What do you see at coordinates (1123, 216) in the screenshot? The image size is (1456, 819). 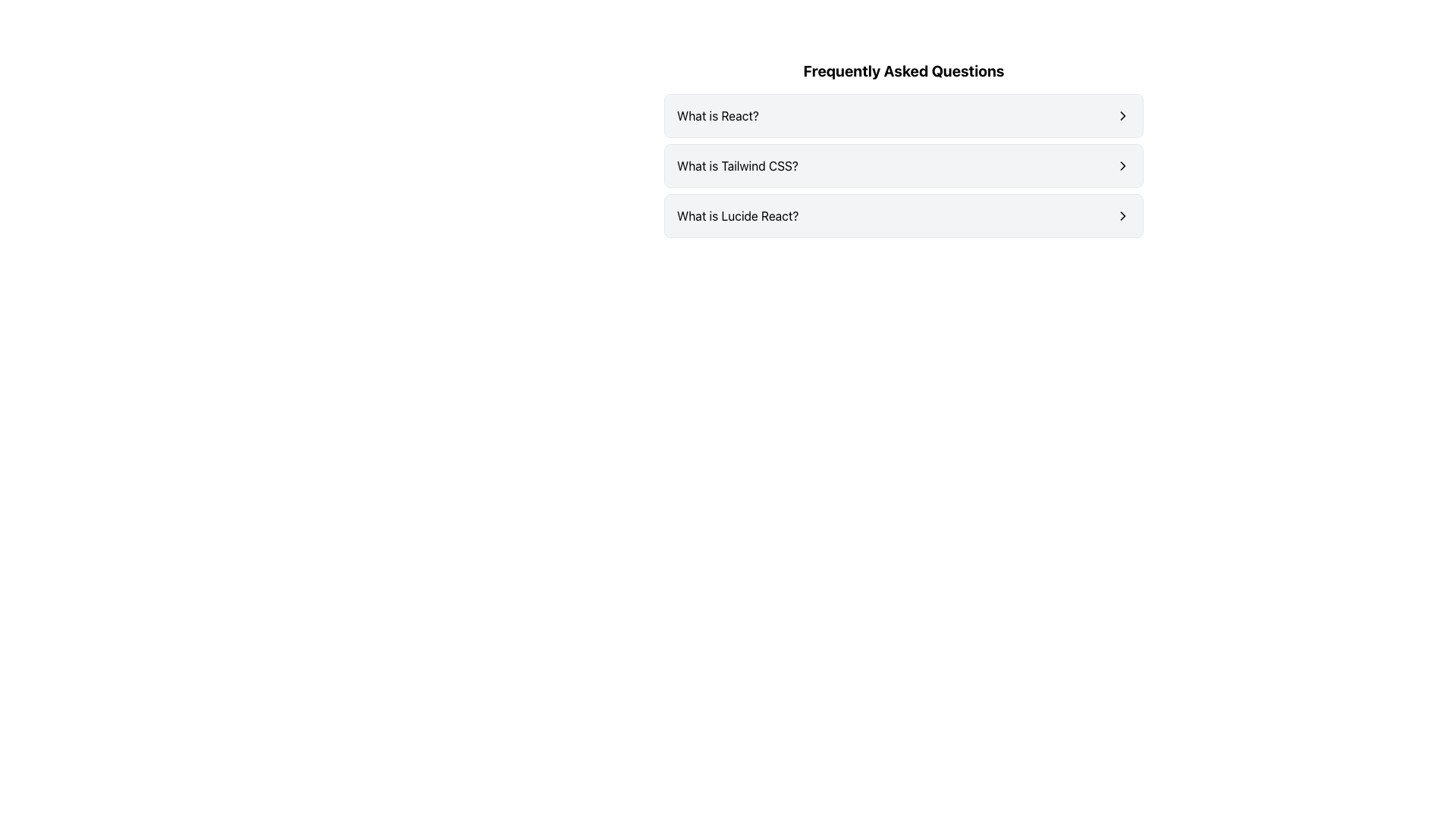 I see `the chevron icon at the far right end of the 'What is Lucide React?' FAQ list item` at bounding box center [1123, 216].